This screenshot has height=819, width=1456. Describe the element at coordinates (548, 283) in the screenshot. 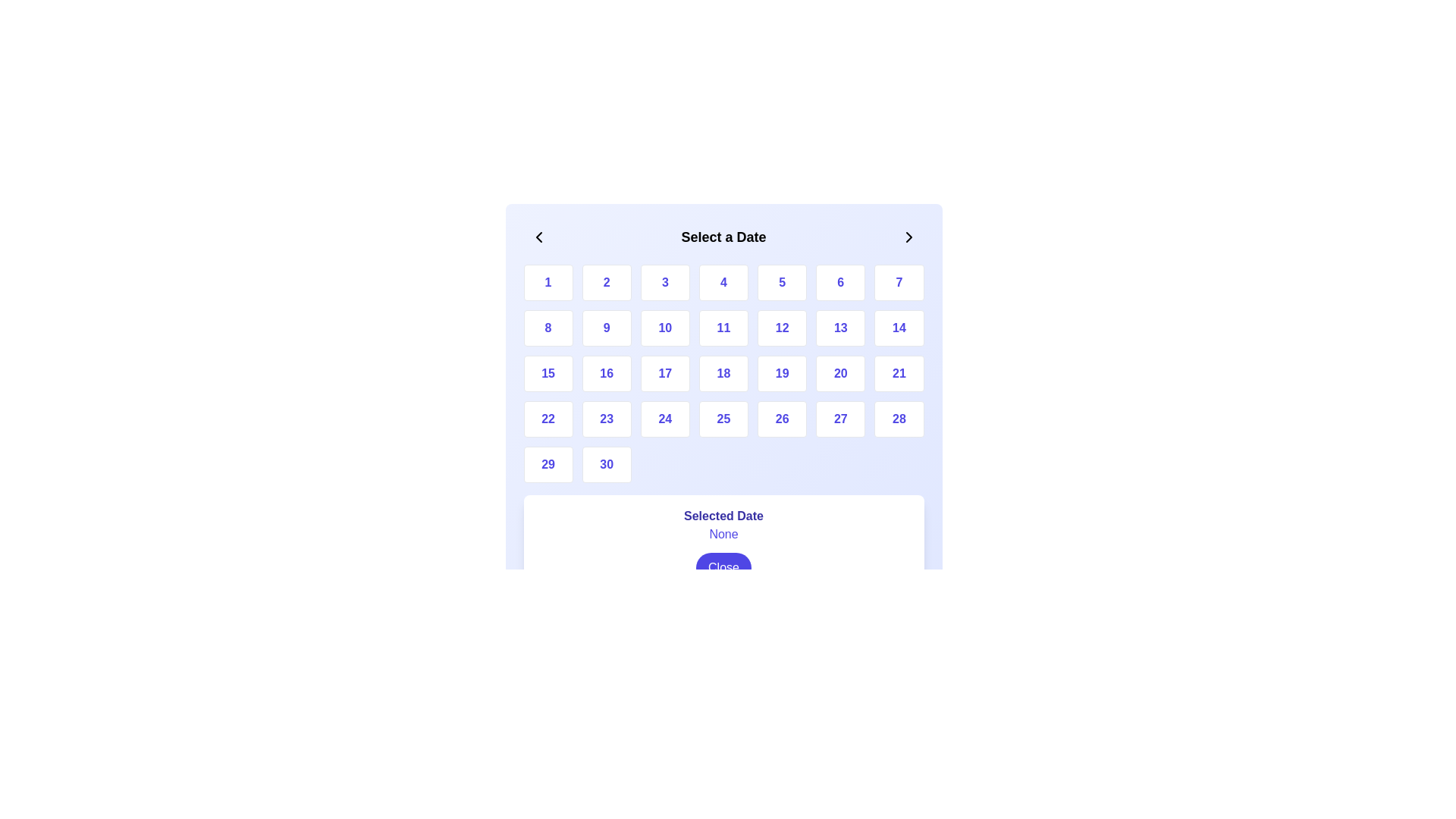

I see `the rectangular button with a blue number '1' that changes to light indigo when hovered, located at the top-left position of a 7-column grid layout` at that location.